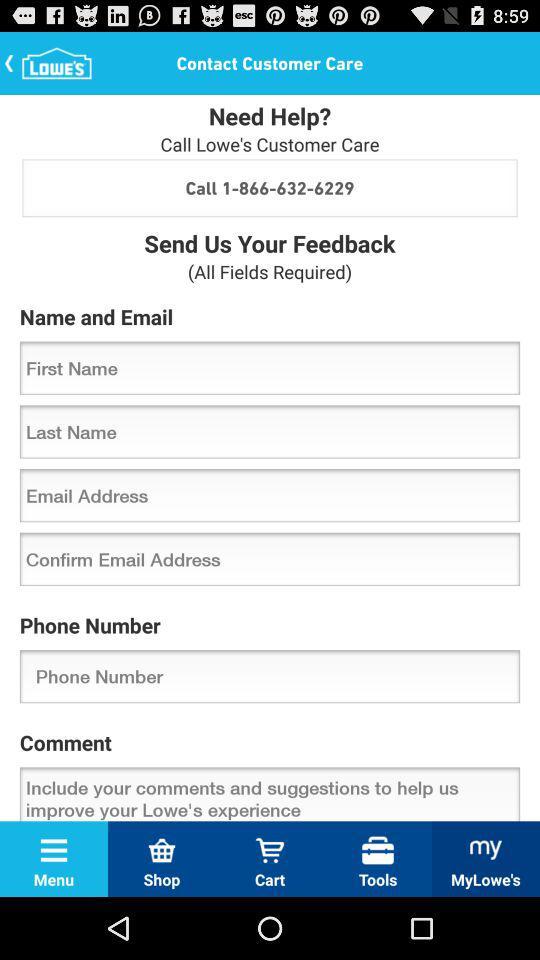  I want to click on the app above phone number, so click(270, 559).